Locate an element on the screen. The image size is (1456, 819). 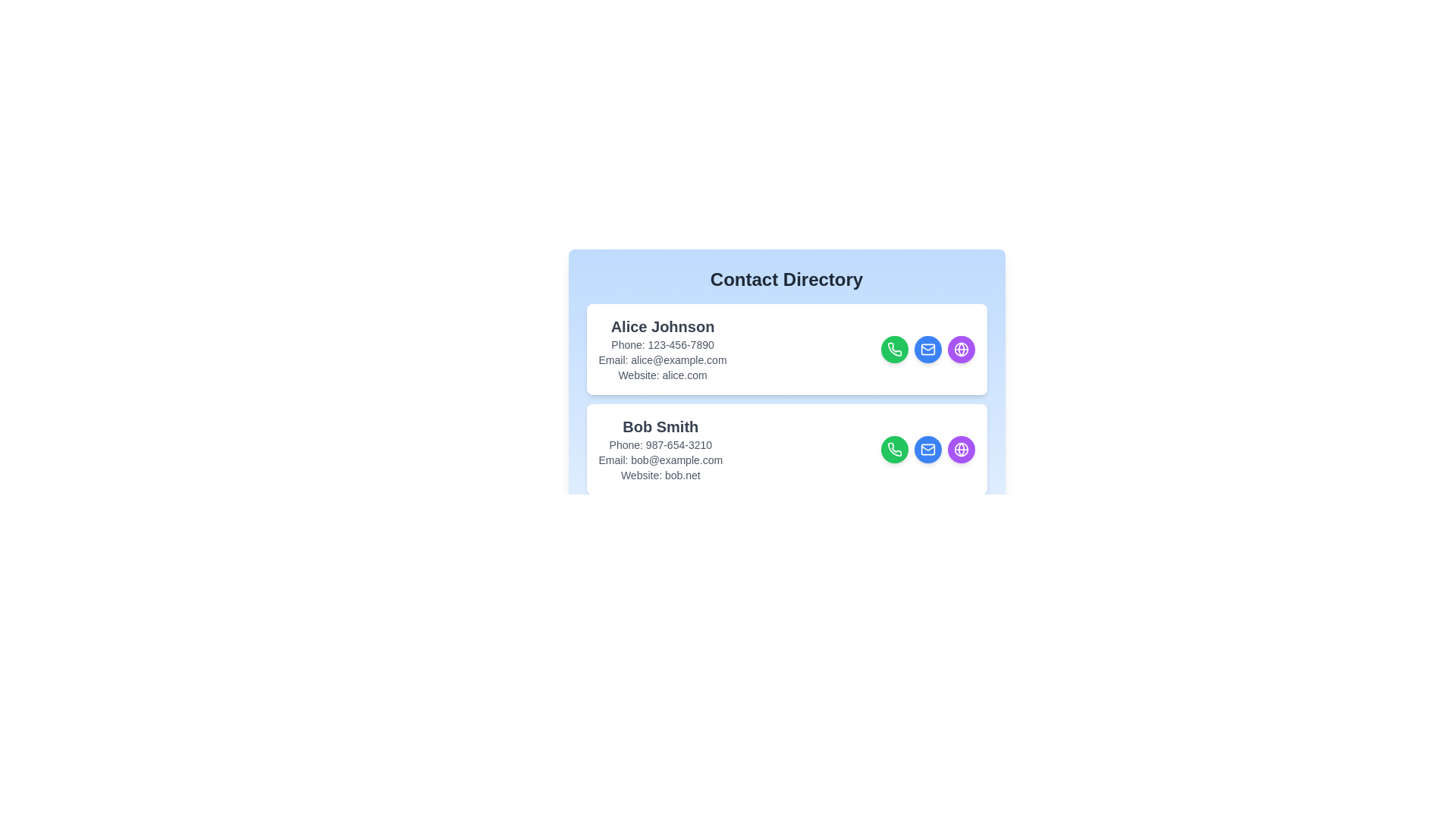
call button for the contact Bob Smith is located at coordinates (894, 449).